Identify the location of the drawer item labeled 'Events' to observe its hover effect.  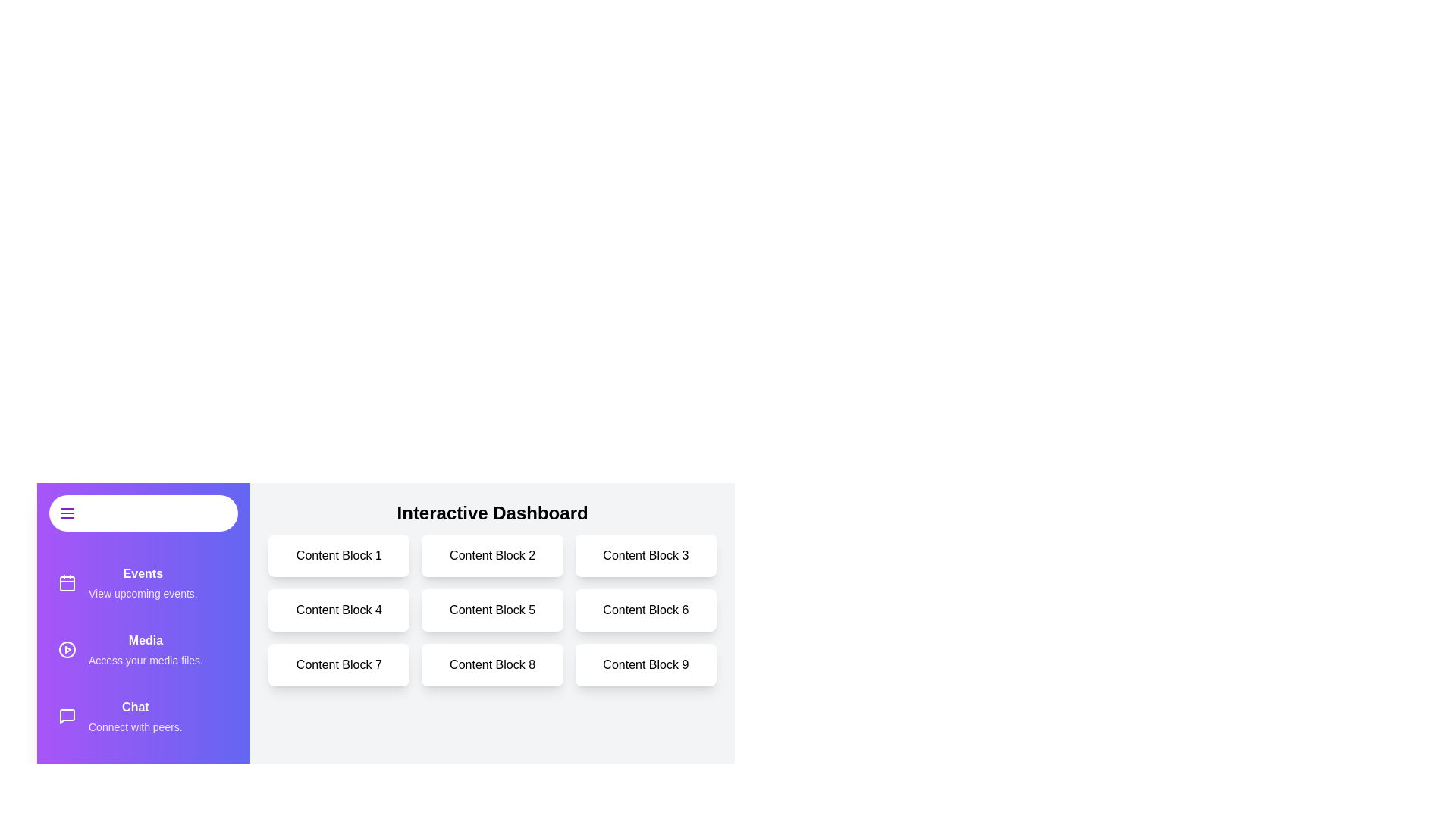
(143, 582).